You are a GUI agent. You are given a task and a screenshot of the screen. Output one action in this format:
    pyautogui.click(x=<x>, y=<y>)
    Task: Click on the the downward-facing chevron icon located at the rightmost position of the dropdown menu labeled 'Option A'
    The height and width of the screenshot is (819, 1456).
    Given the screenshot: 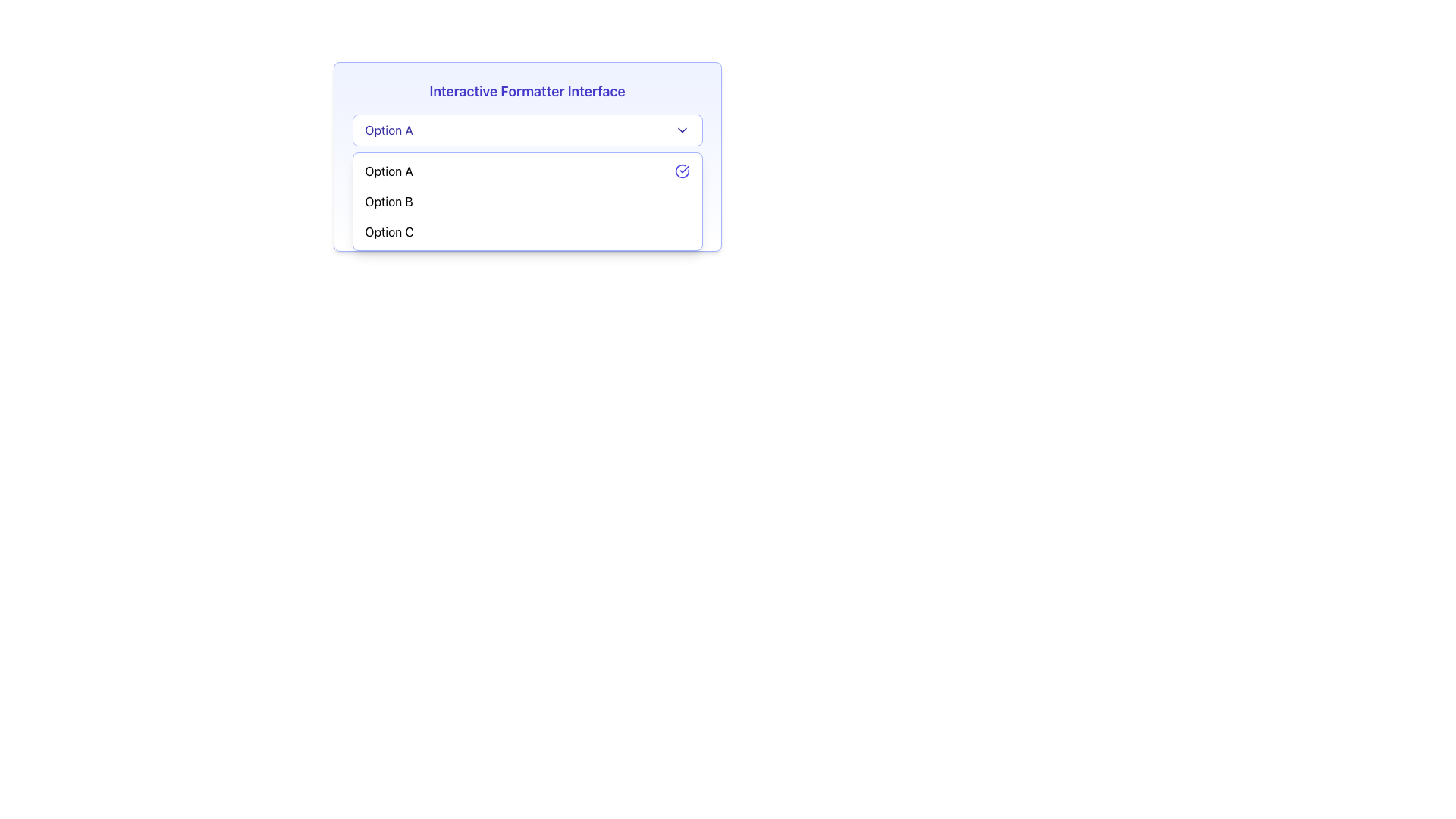 What is the action you would take?
    pyautogui.click(x=681, y=130)
    